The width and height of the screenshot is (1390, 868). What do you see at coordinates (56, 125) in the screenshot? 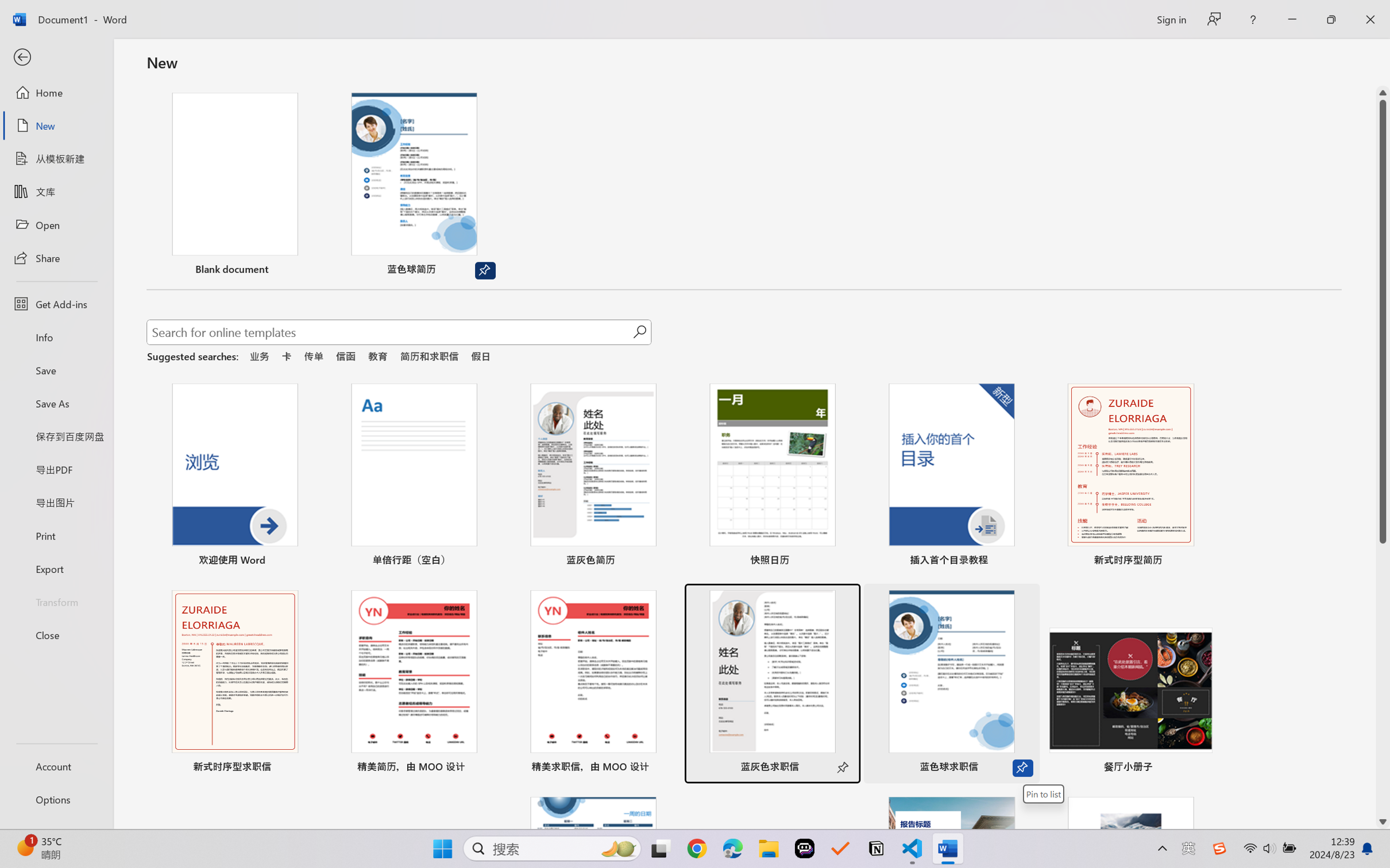
I see `'New'` at bounding box center [56, 125].